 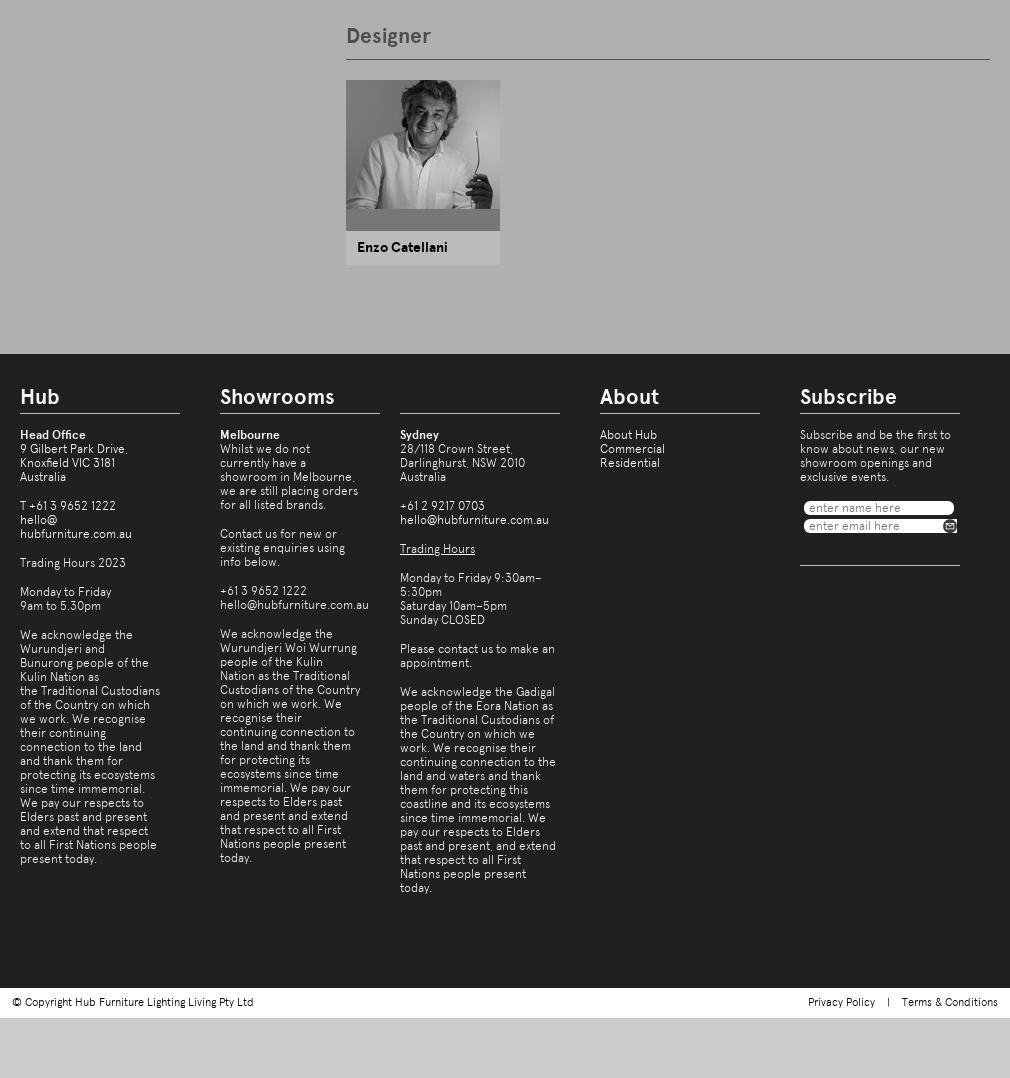 What do you see at coordinates (37, 520) in the screenshot?
I see `'hello@'` at bounding box center [37, 520].